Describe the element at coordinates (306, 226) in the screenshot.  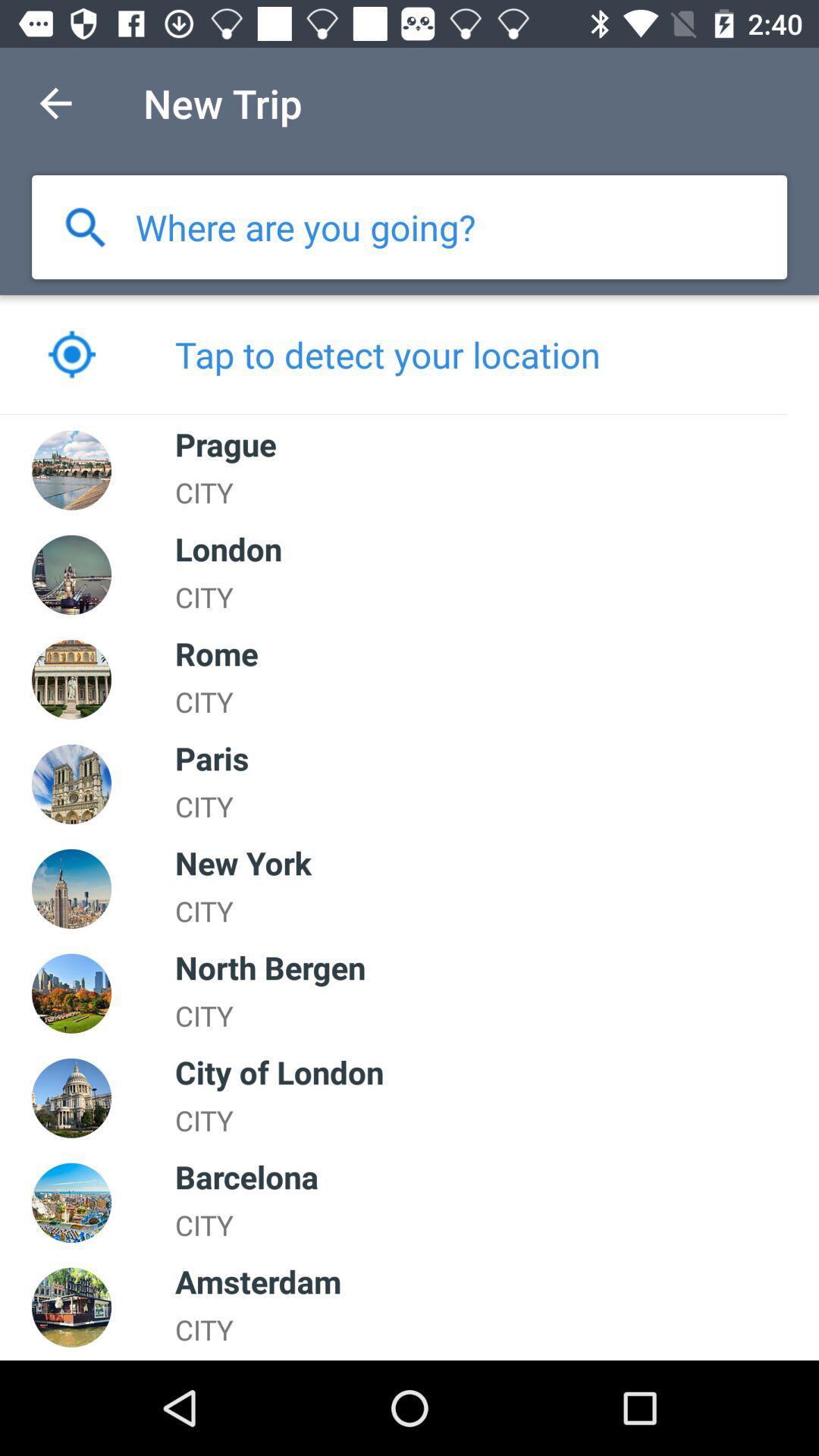
I see `the text in the search field` at that location.